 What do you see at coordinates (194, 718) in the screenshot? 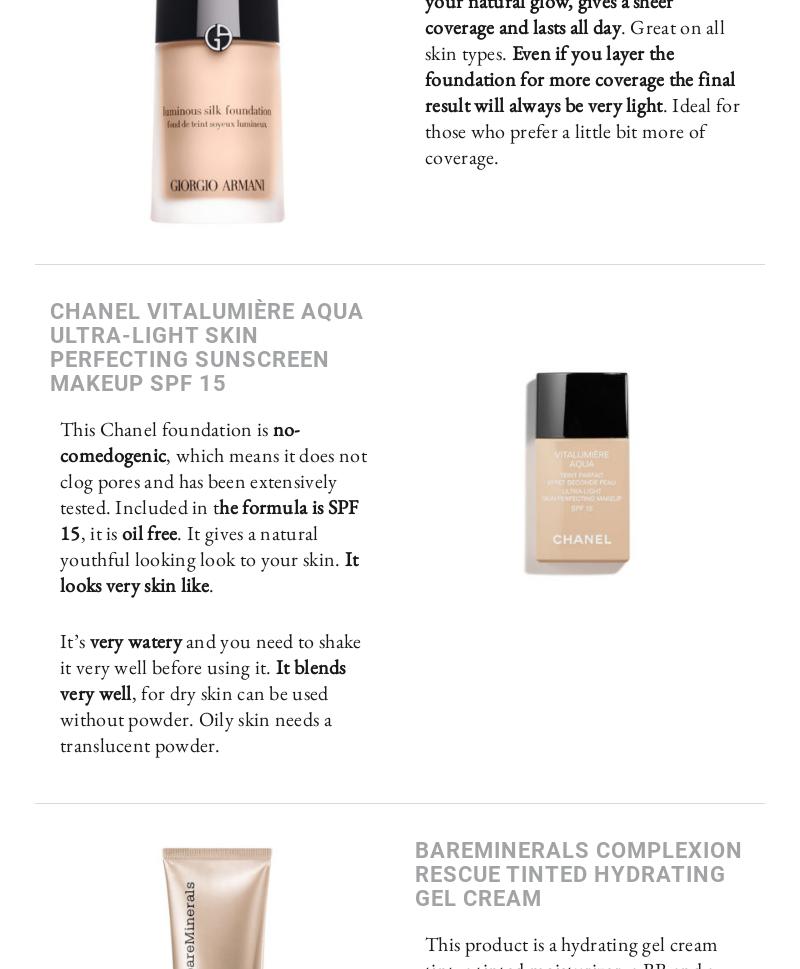
I see `', for dry skin can be used without powder. Oily skin needs a translucent powder.'` at bounding box center [194, 718].